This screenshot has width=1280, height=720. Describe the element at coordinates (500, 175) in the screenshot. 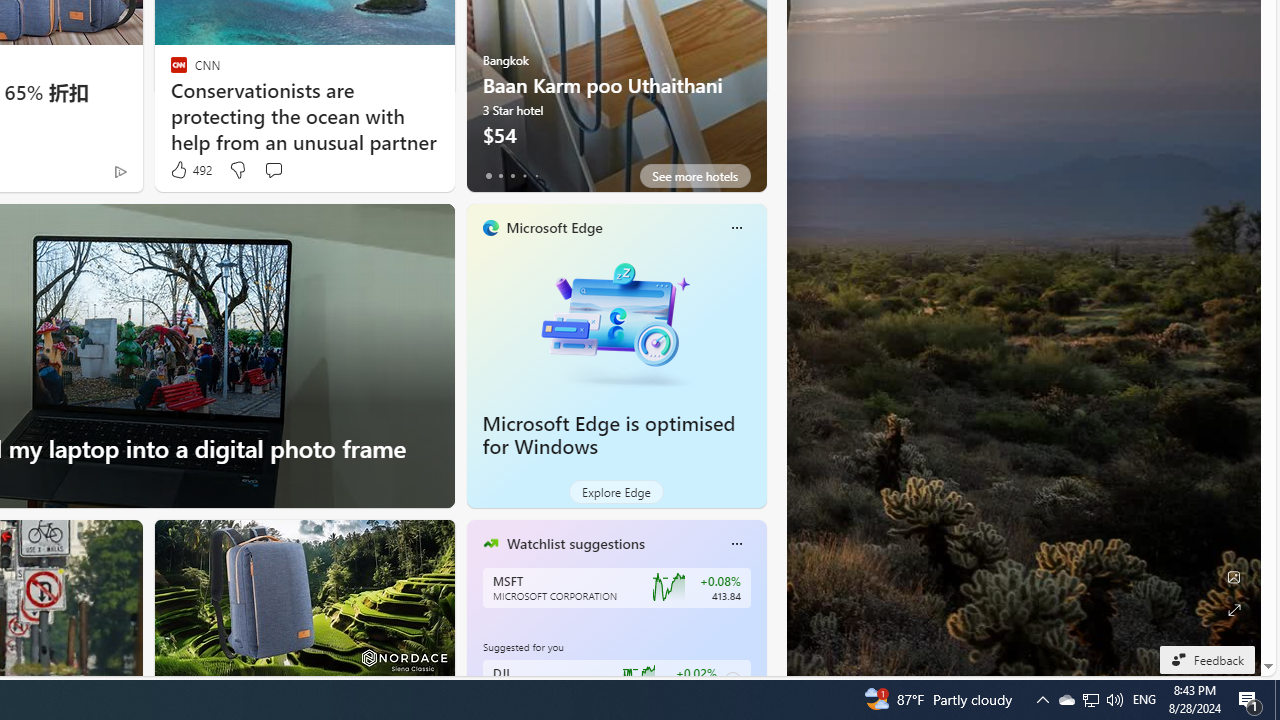

I see `'tab-1'` at that location.